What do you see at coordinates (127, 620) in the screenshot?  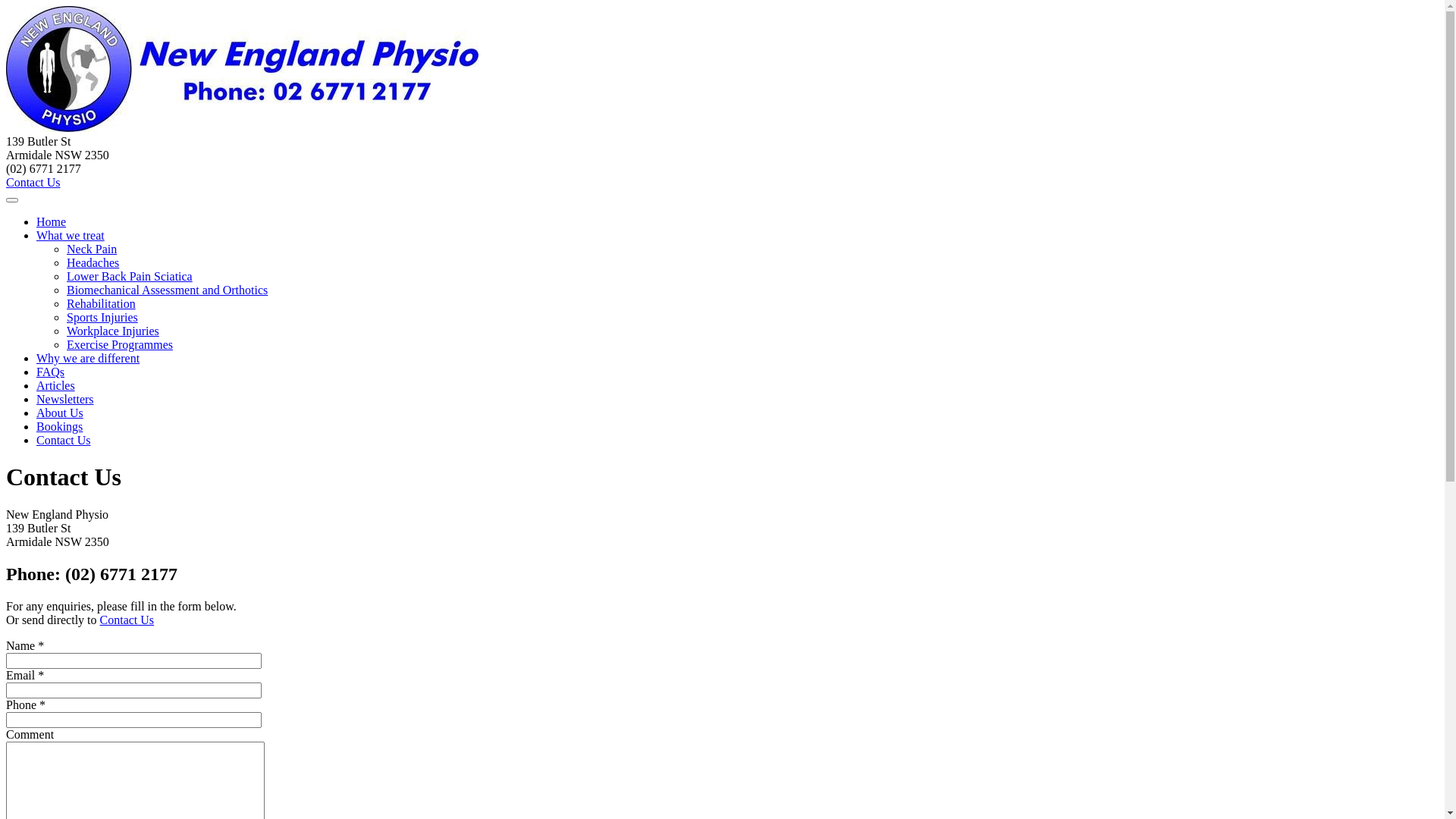 I see `'Contact Us'` at bounding box center [127, 620].